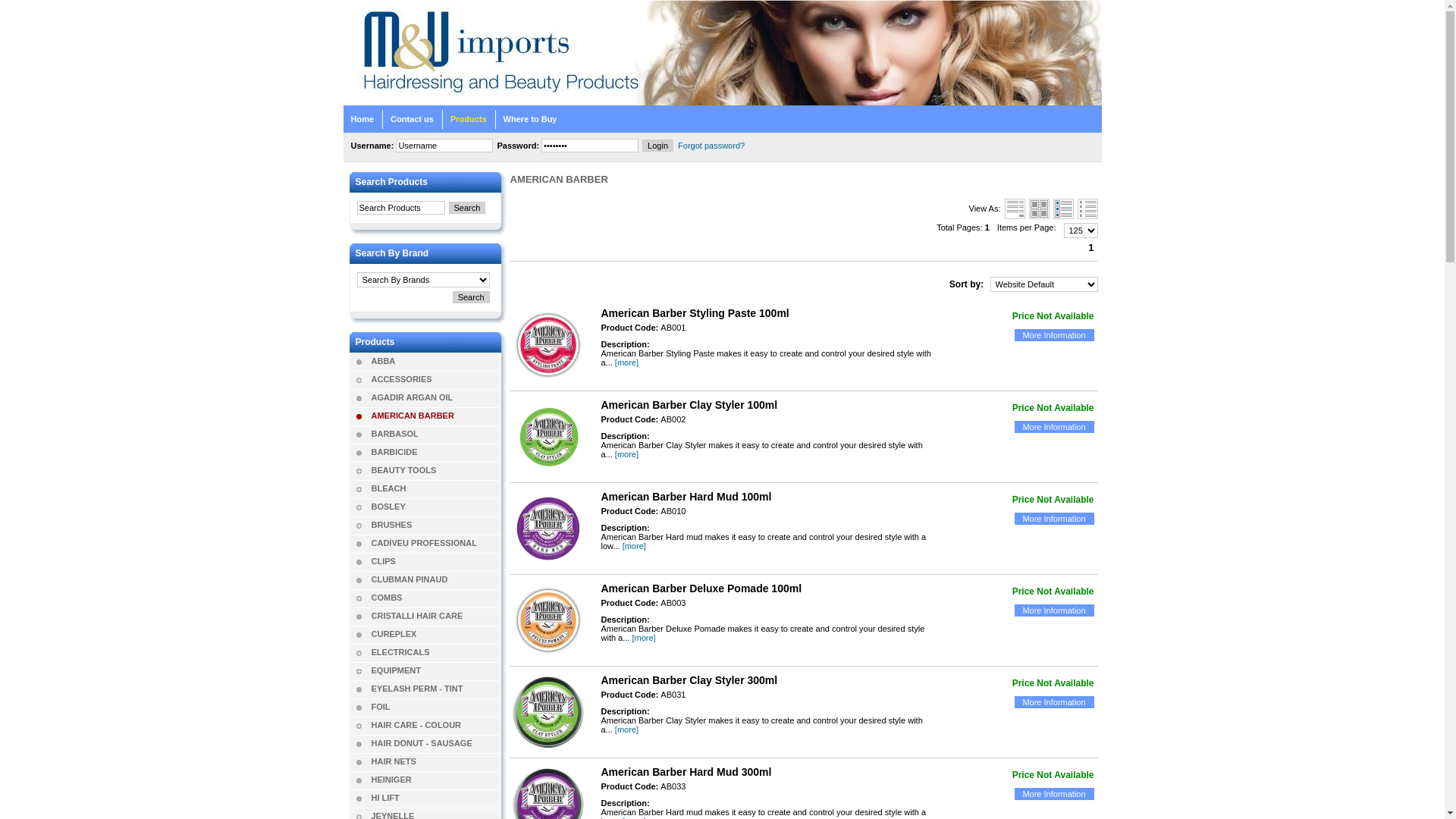 This screenshot has width=1456, height=819. What do you see at coordinates (435, 634) in the screenshot?
I see `'CUREPLEX'` at bounding box center [435, 634].